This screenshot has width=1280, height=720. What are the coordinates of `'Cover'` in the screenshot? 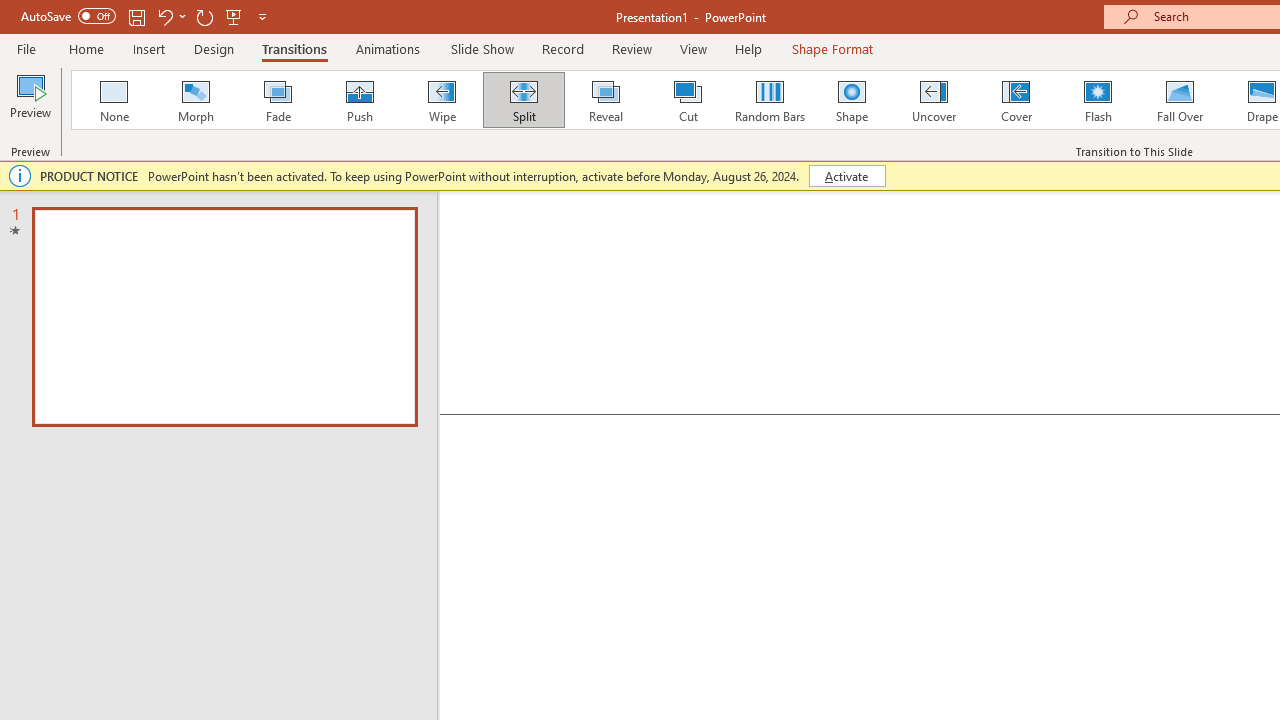 It's located at (1016, 100).